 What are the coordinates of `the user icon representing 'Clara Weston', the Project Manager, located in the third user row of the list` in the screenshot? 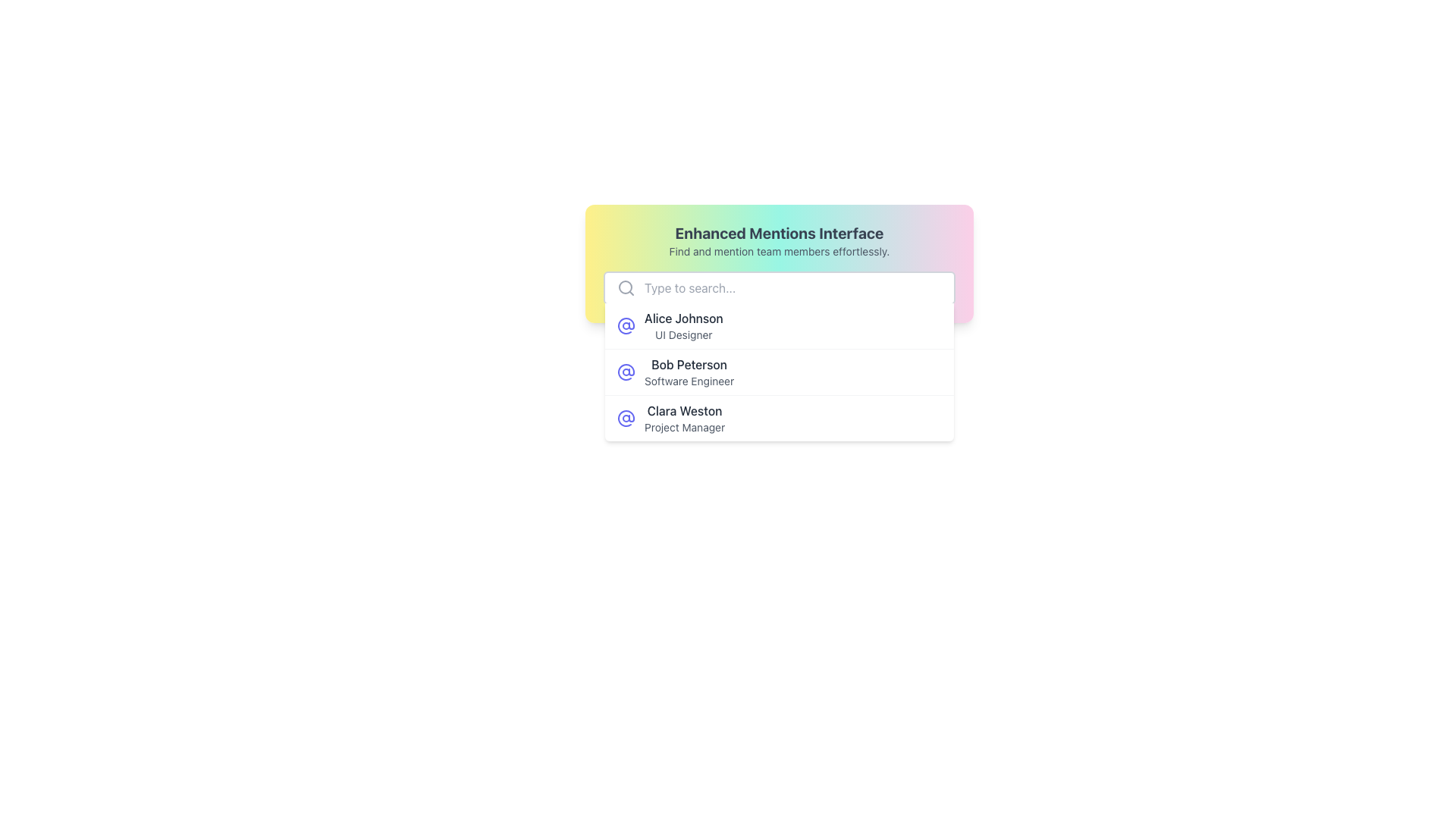 It's located at (626, 418).